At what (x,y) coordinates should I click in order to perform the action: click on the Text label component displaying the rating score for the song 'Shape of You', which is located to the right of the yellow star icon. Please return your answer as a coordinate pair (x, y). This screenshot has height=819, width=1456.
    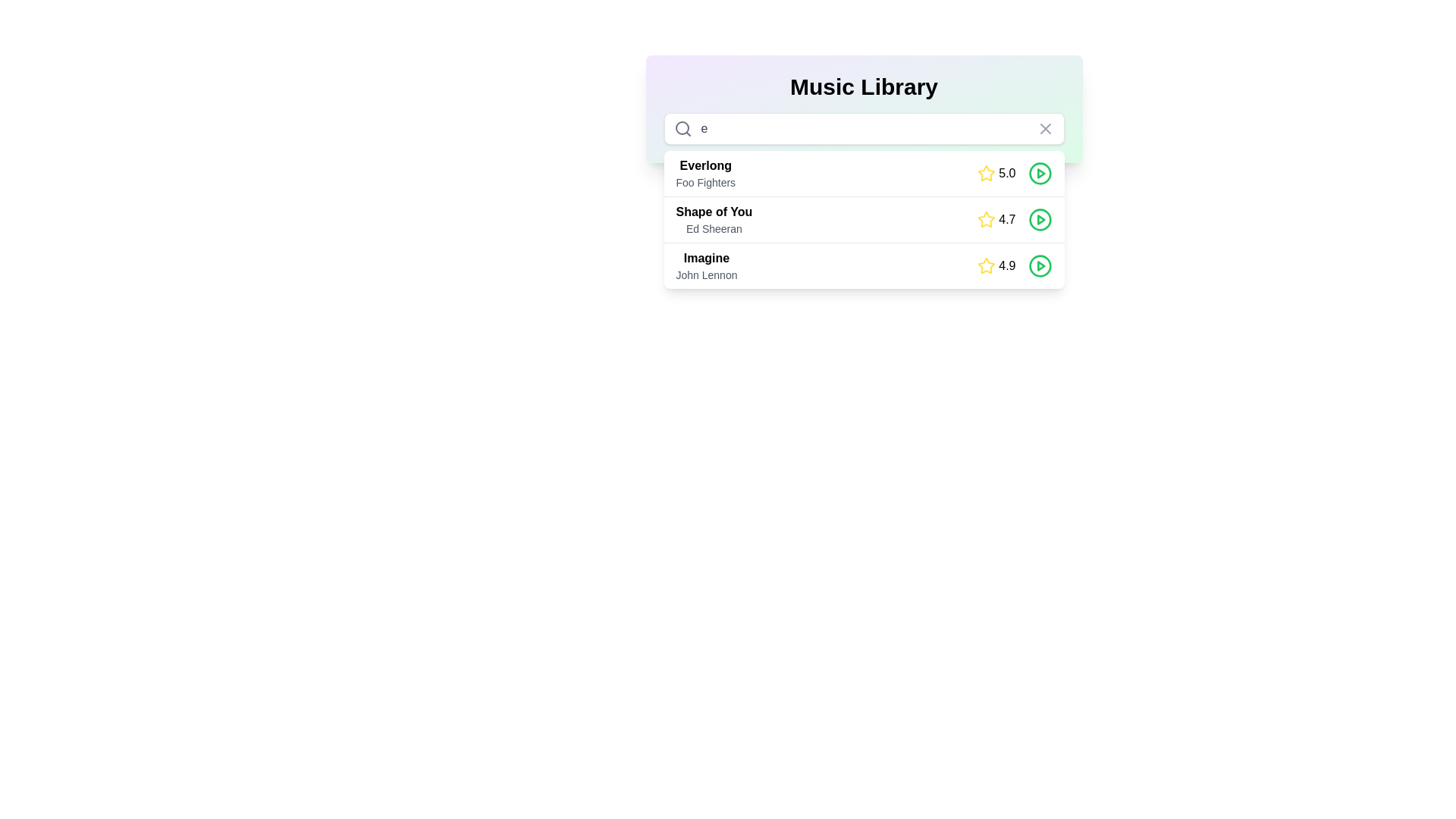
    Looking at the image, I should click on (1007, 219).